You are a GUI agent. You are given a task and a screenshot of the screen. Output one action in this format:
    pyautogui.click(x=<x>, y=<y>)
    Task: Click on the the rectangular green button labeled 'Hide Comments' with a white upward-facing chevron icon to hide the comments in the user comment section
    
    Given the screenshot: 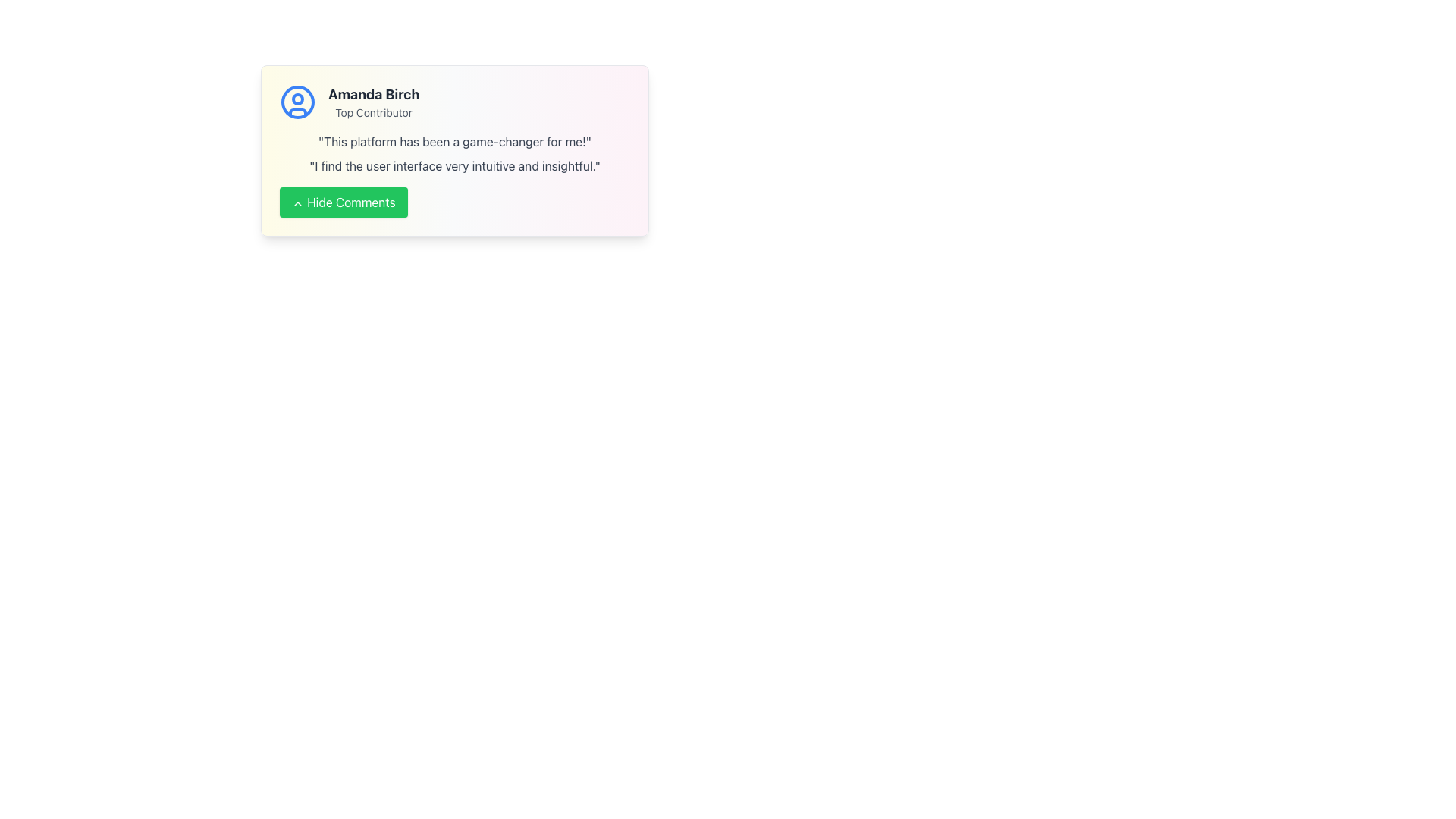 What is the action you would take?
    pyautogui.click(x=343, y=201)
    